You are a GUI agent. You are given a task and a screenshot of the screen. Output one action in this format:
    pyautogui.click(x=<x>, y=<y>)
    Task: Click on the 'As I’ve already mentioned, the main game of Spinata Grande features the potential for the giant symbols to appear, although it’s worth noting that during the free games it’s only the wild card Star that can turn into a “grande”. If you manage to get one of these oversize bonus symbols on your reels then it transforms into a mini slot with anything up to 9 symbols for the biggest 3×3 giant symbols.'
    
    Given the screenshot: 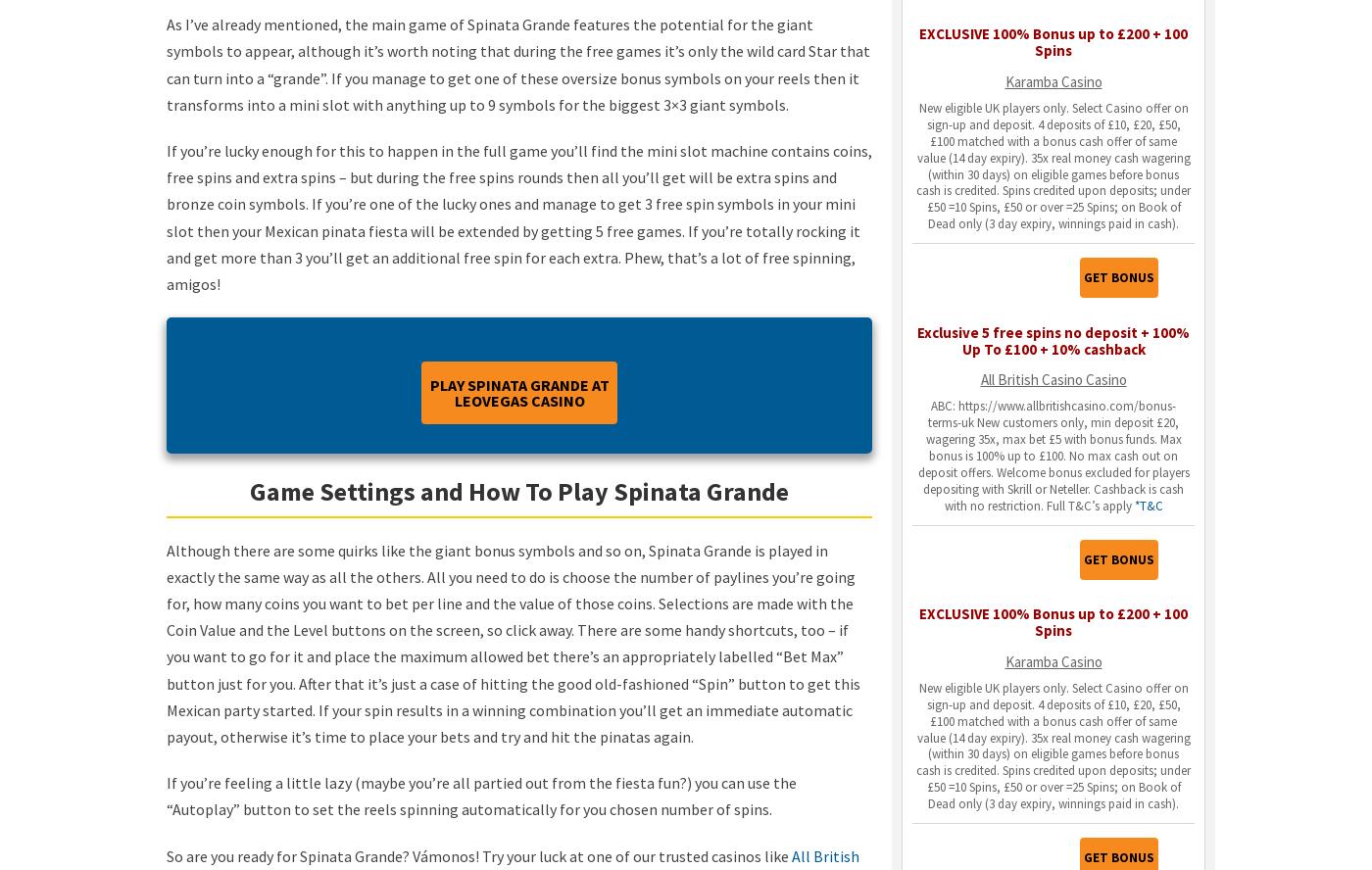 What is the action you would take?
    pyautogui.click(x=518, y=63)
    